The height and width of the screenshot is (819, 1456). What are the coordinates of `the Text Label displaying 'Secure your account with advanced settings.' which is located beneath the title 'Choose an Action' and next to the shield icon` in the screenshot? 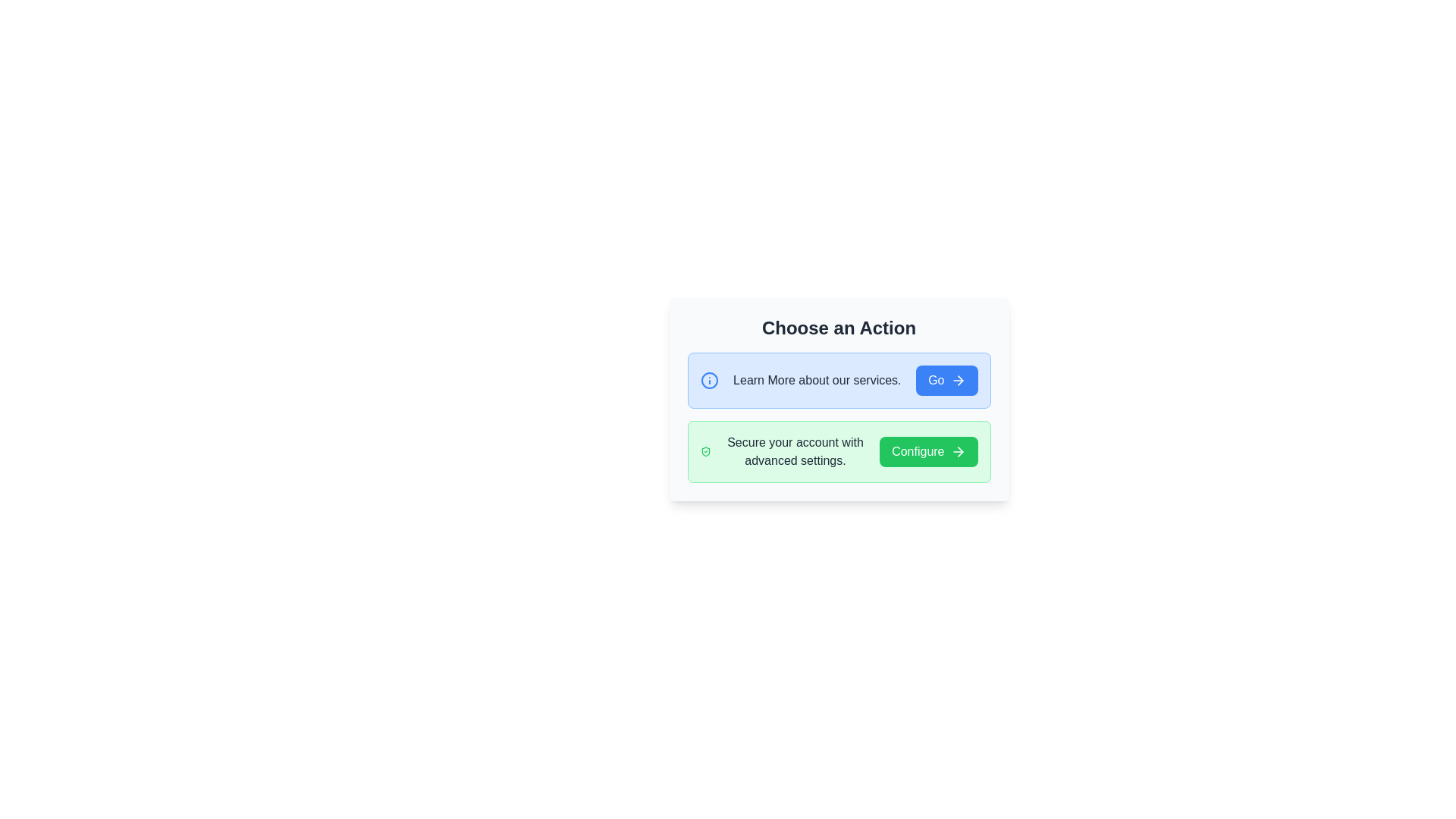 It's located at (795, 451).